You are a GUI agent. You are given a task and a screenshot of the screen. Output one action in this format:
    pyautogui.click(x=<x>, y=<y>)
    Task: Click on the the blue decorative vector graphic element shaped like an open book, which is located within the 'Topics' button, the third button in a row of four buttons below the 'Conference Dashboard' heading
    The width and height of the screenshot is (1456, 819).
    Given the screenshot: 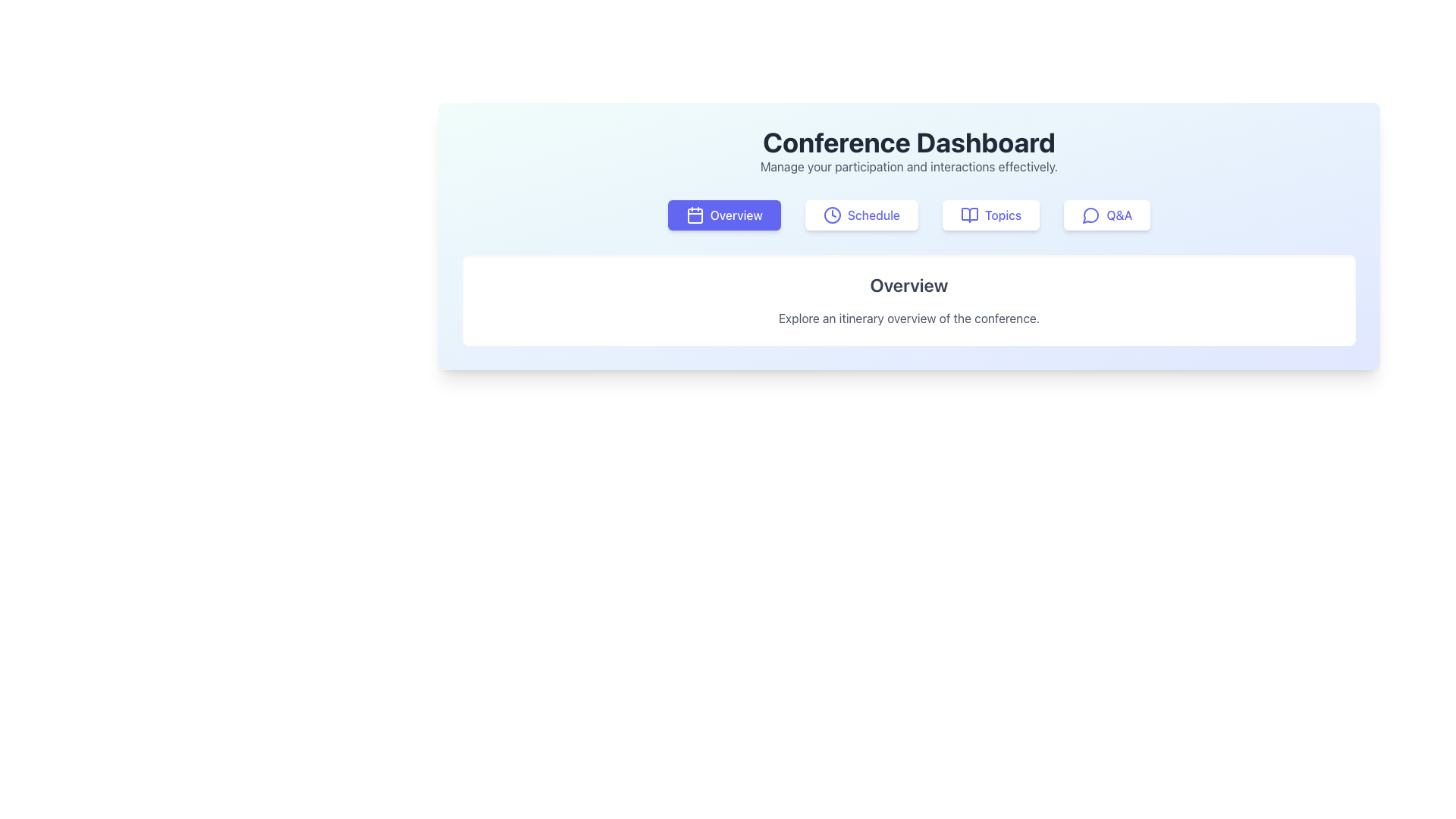 What is the action you would take?
    pyautogui.click(x=968, y=215)
    